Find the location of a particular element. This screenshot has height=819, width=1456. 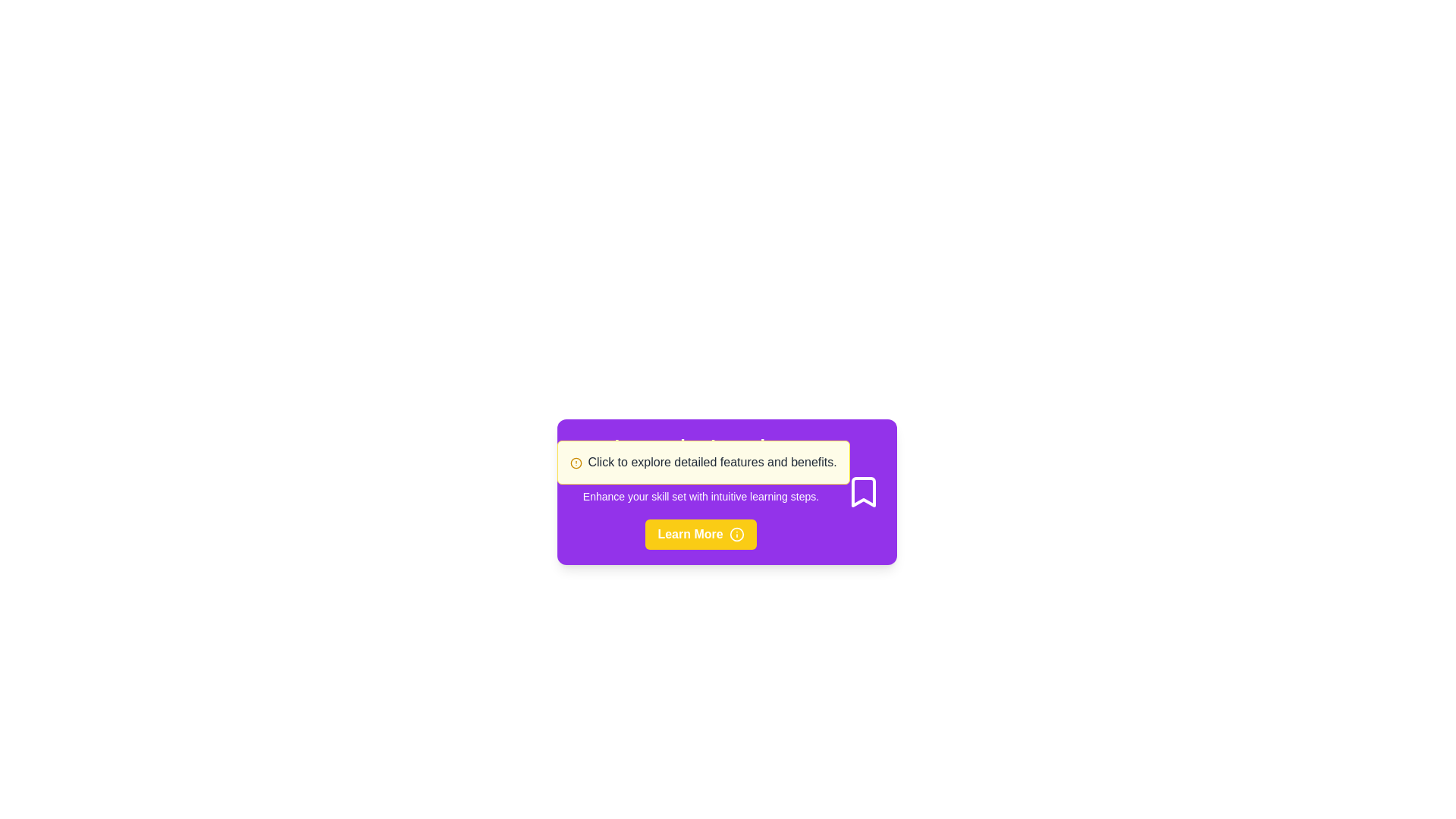

descriptive information provided in the text content located below the 'Interactive Learning Assistant' title and above the 'Learn More' button within its purple card is located at coordinates (700, 497).